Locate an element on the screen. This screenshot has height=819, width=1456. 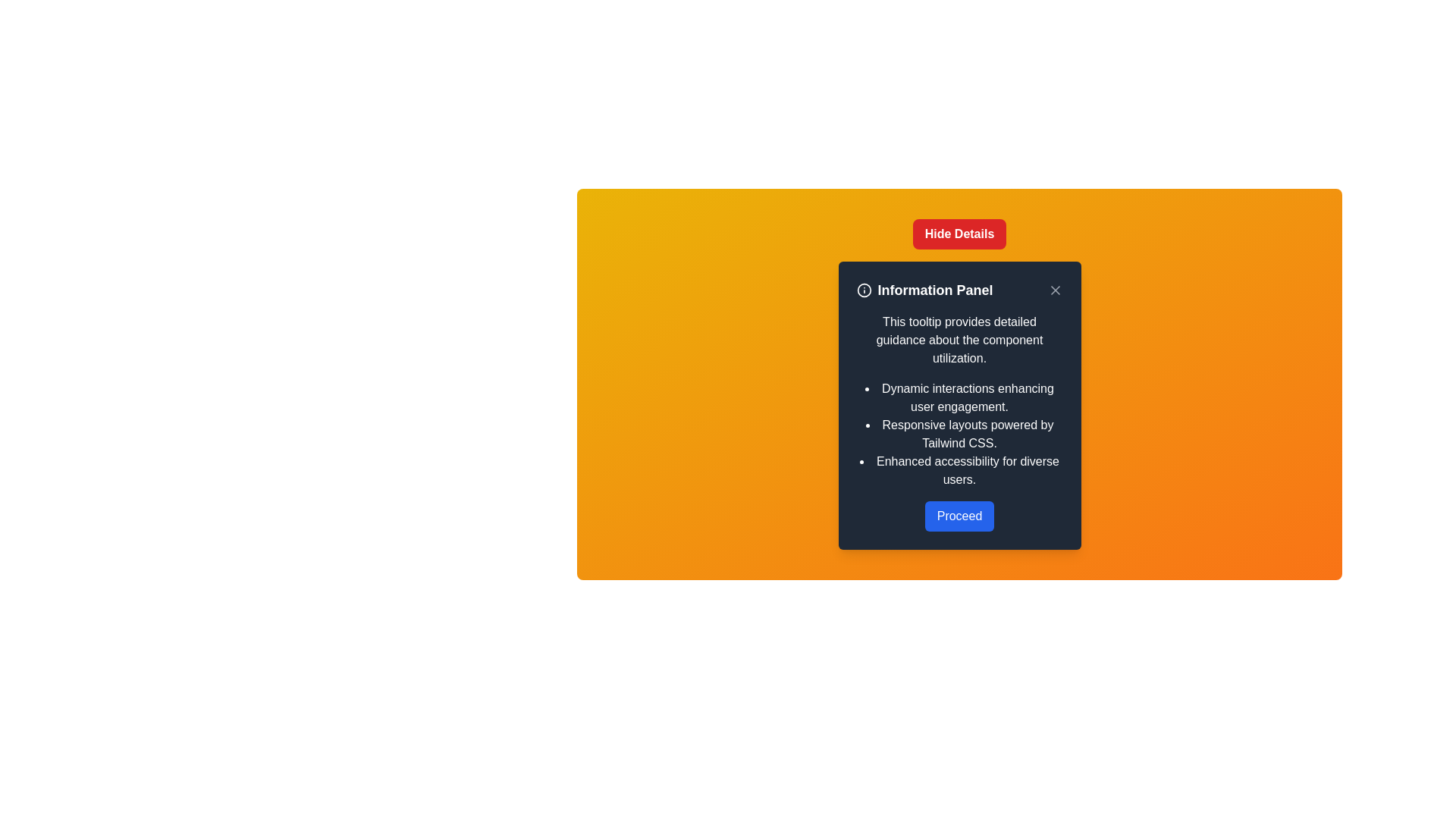
text content of the second item in the bulleted list within the information panel about 'Responsive layouts powered by Tailwind CSS.' is located at coordinates (959, 435).